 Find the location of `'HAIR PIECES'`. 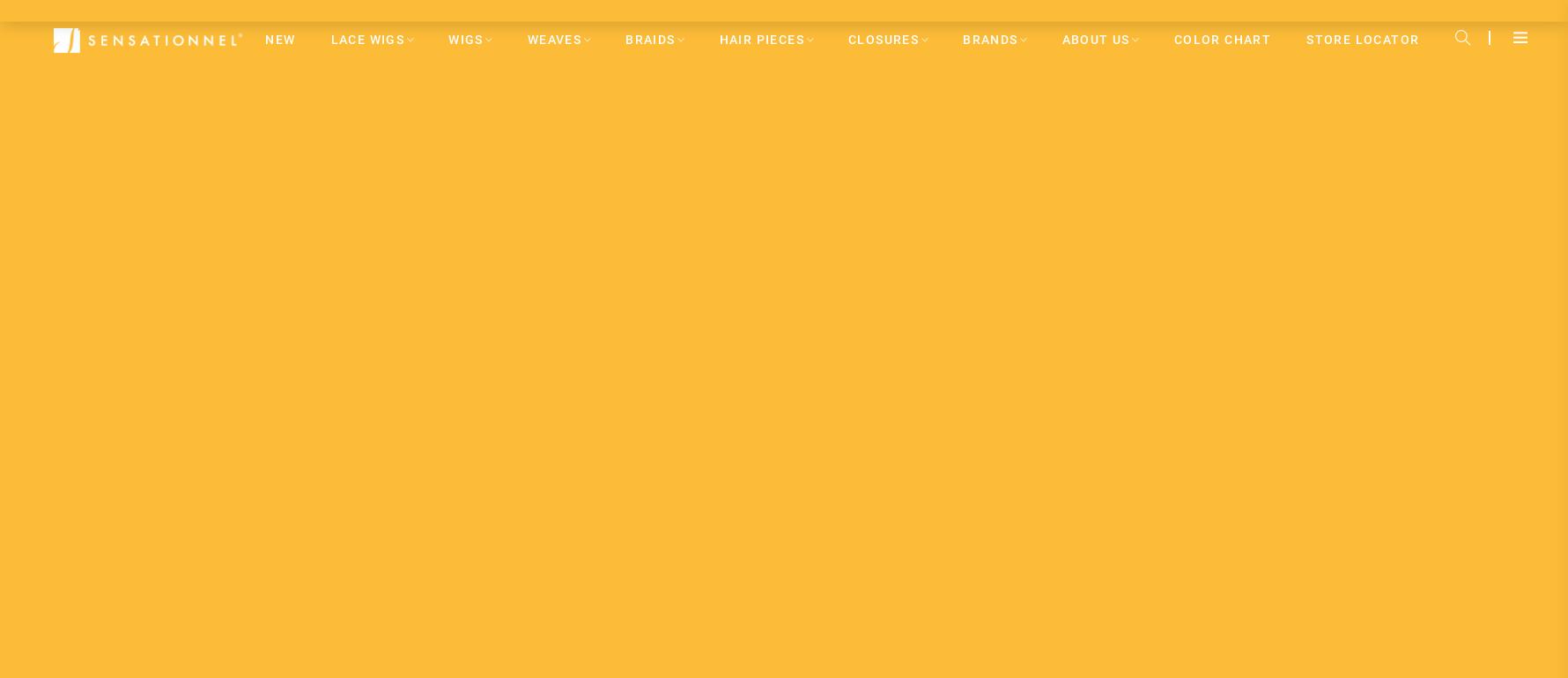

'HAIR PIECES' is located at coordinates (760, 38).